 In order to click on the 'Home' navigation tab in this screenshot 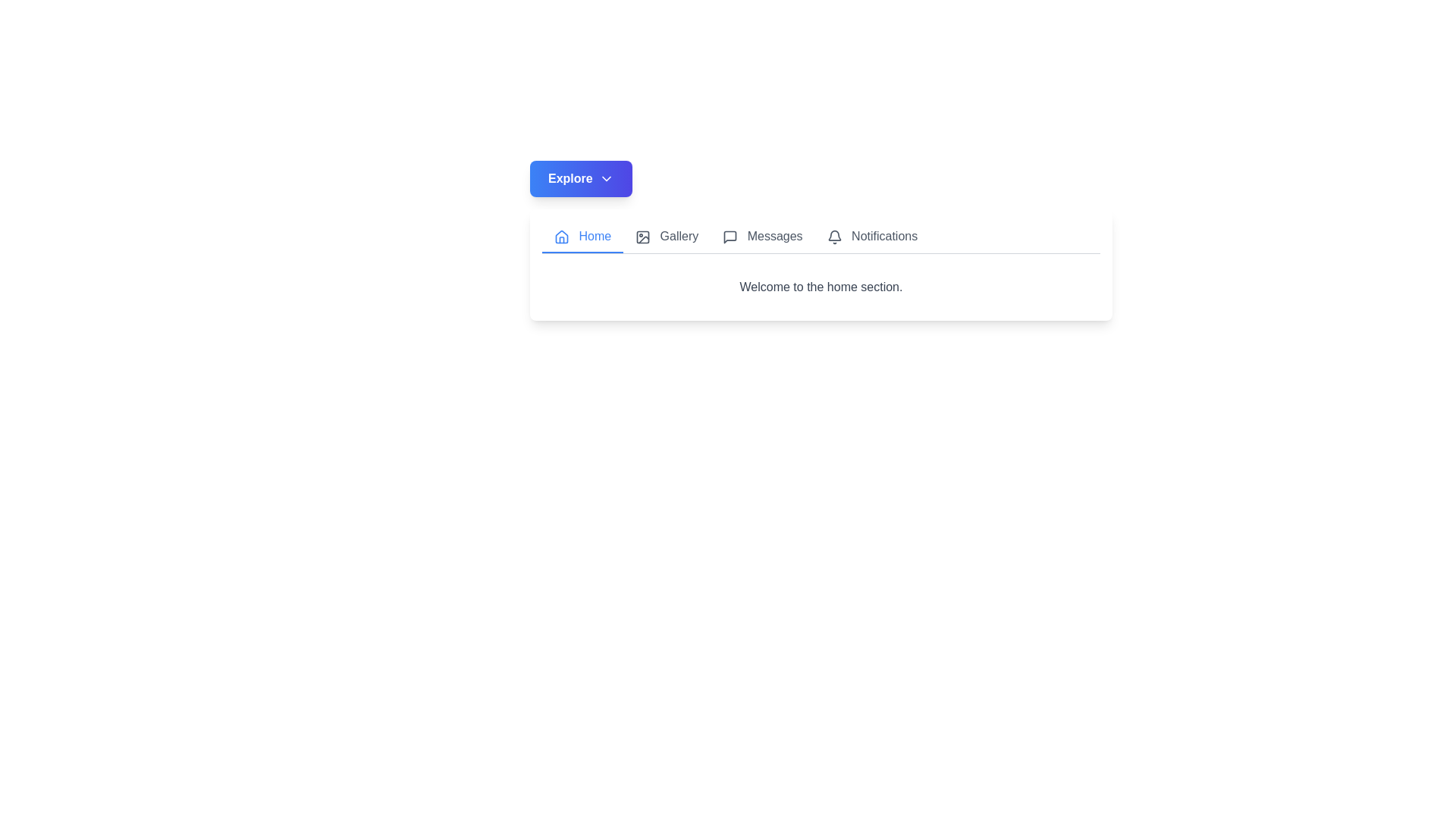, I will do `click(582, 237)`.